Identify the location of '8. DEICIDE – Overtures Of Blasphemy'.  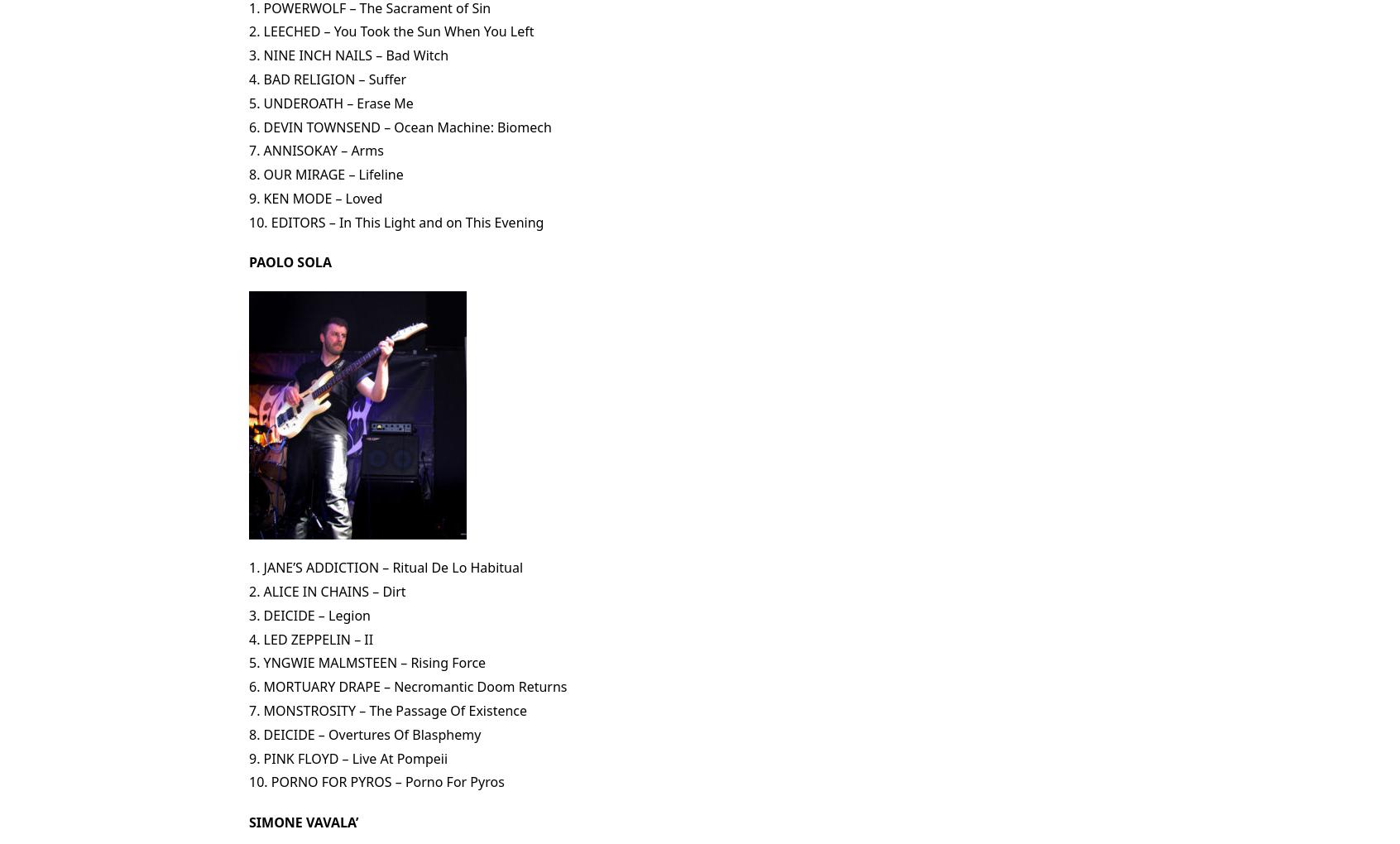
(363, 732).